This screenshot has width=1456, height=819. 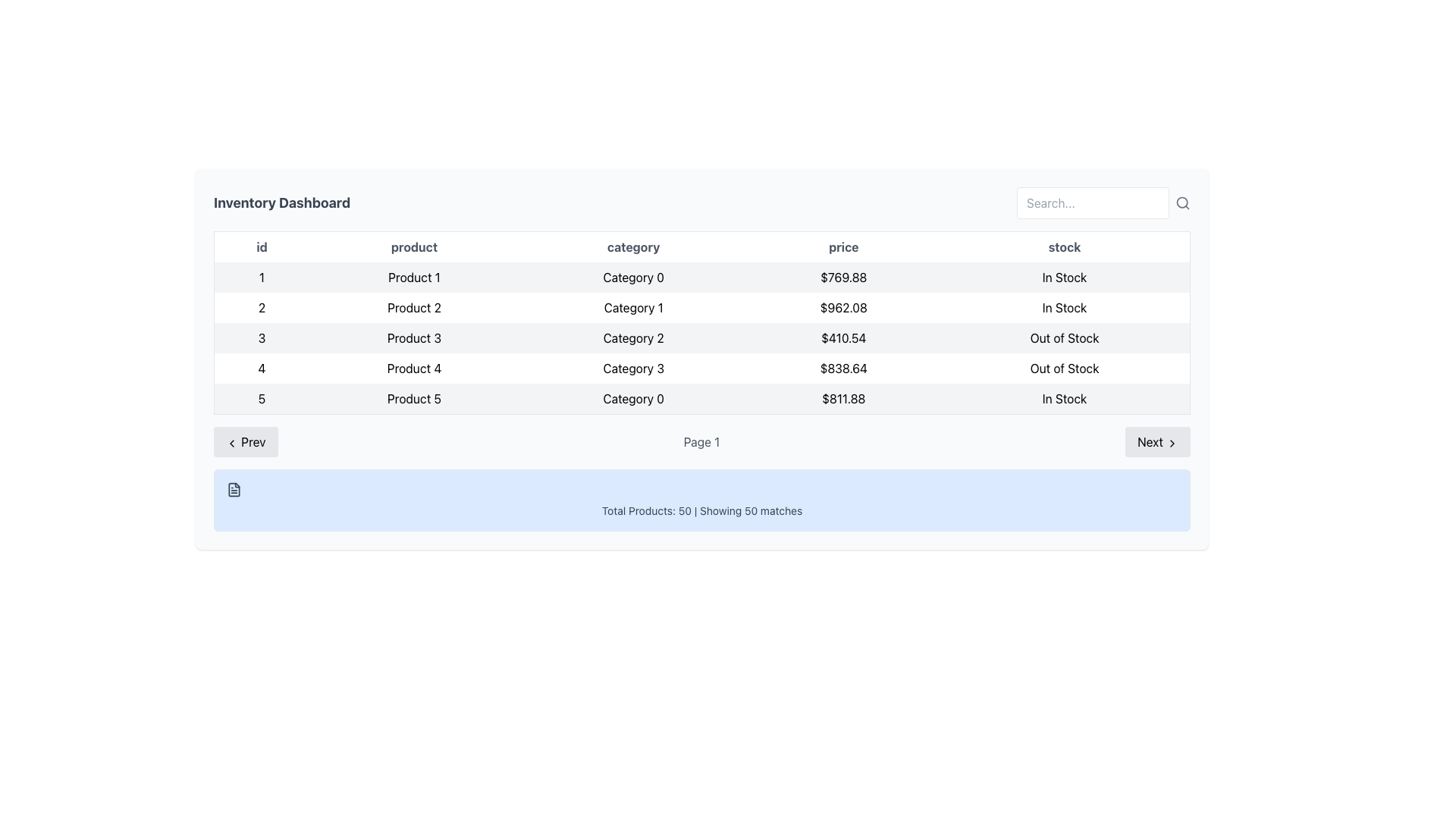 What do you see at coordinates (701, 369) in the screenshot?
I see `the fourth row in the 'Inventory Dashboard' table, which displays product information including ID, name, category, price, and stock status` at bounding box center [701, 369].